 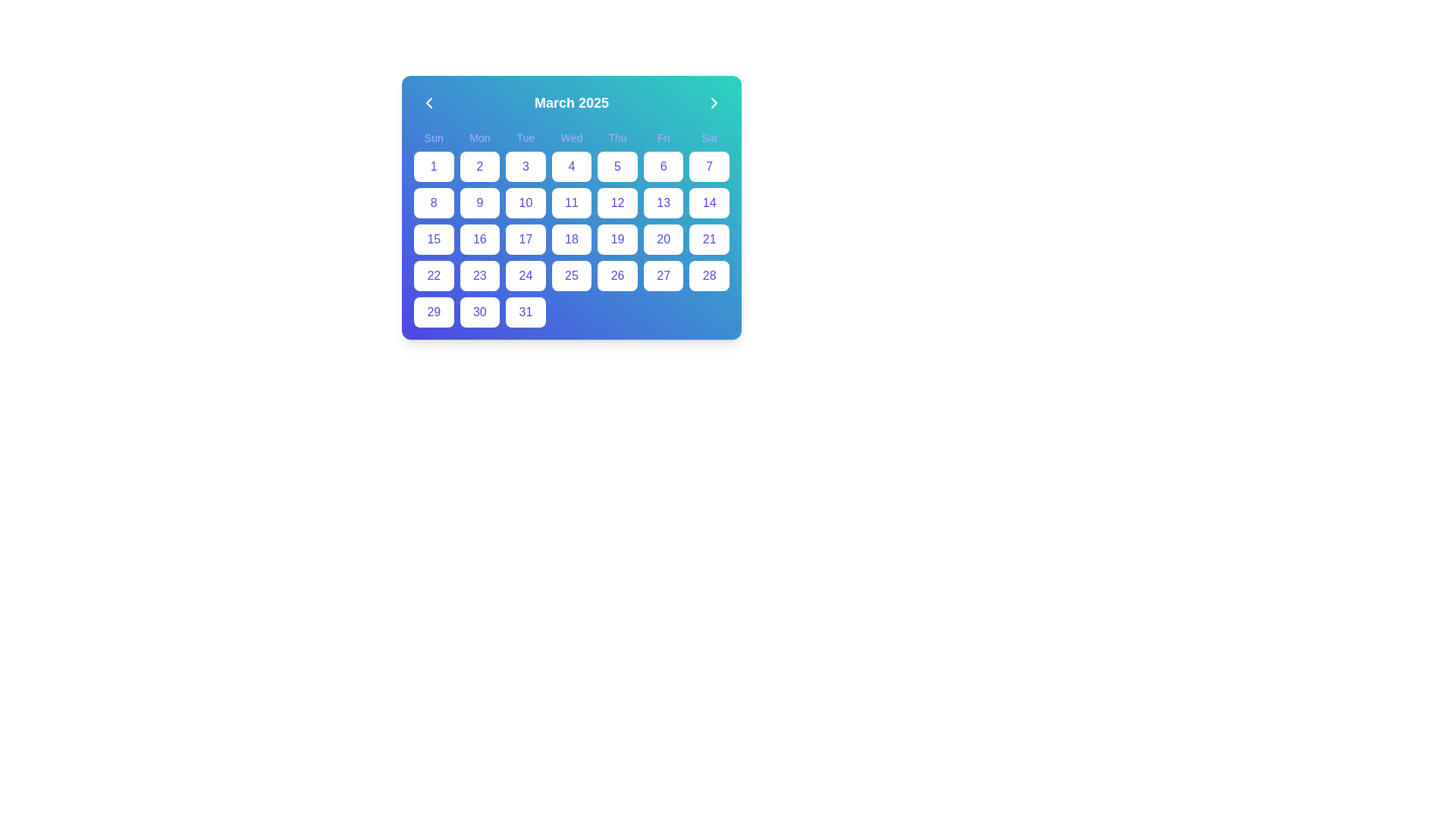 I want to click on the circular blue button with a left-pointing chevron icon, so click(x=428, y=102).